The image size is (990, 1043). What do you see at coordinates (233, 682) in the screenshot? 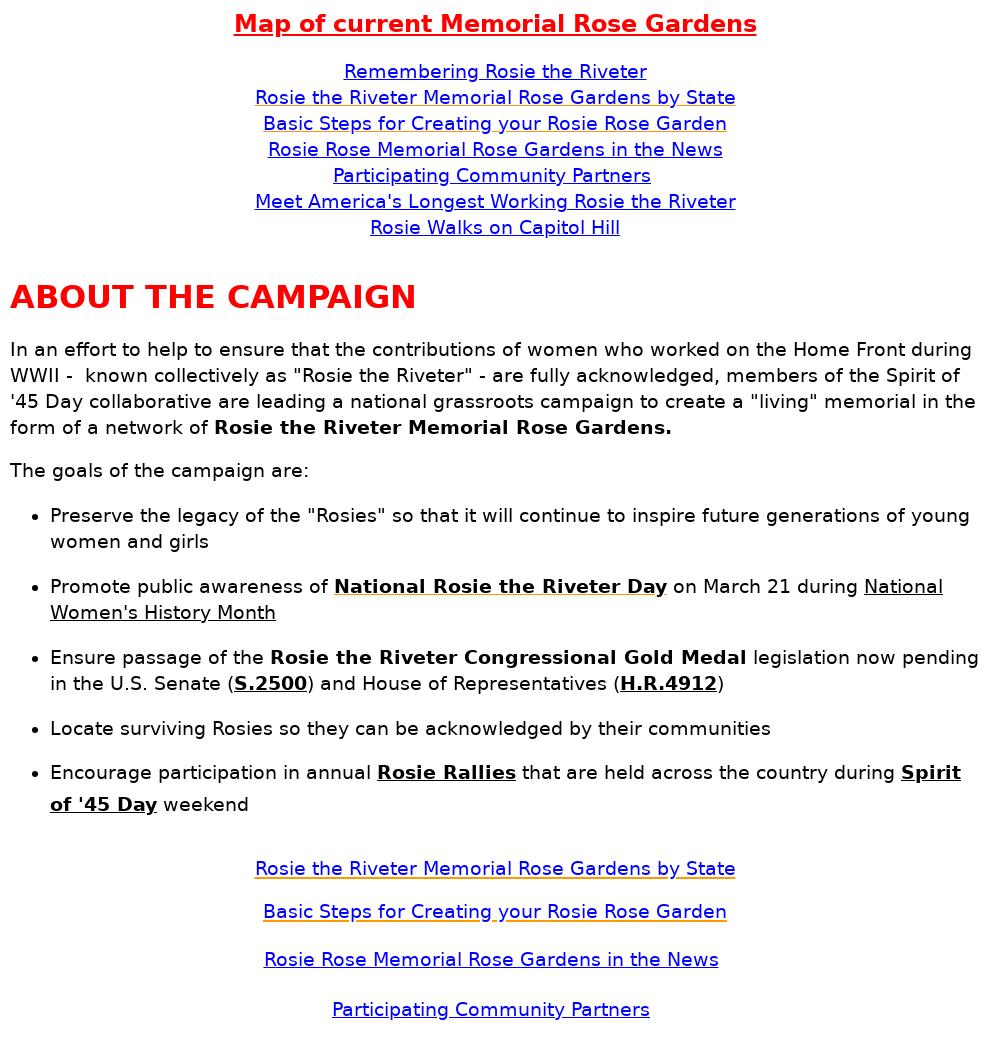
I see `'S.2500'` at bounding box center [233, 682].